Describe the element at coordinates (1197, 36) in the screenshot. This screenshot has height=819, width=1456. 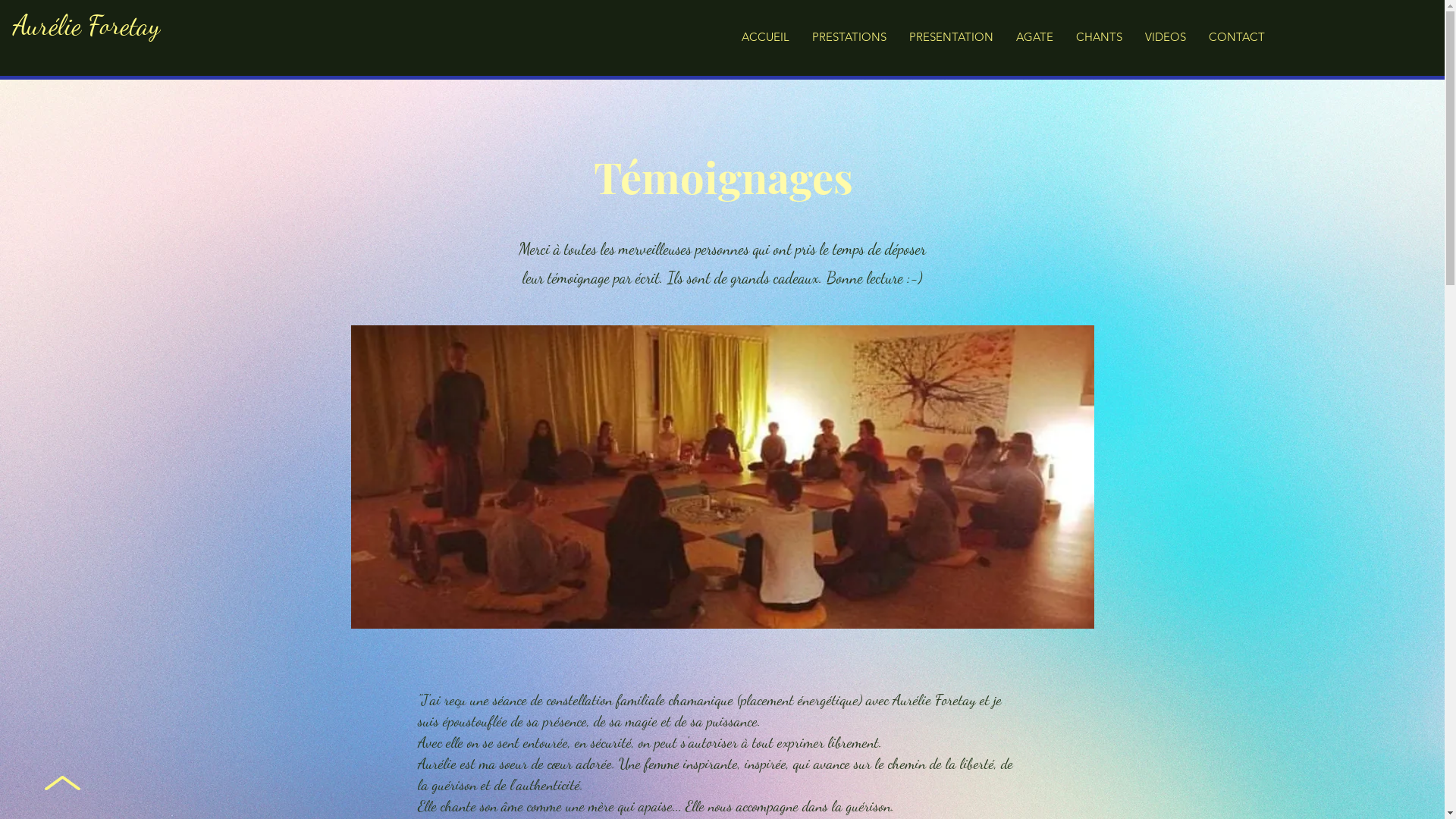
I see `'CONTACT'` at that location.